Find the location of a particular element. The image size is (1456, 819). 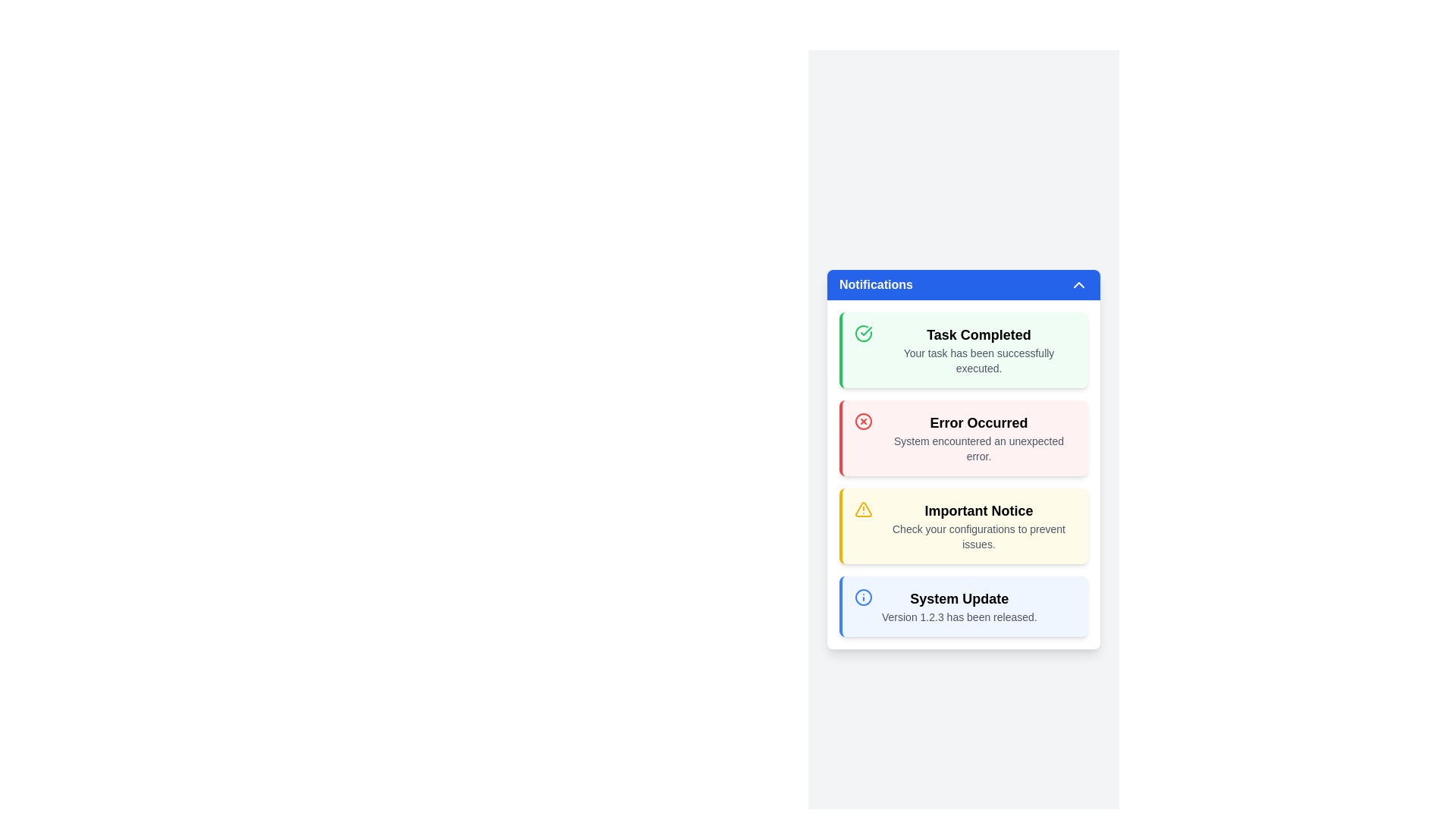

the central circular error notification icon within the 'Error Occurred' notification card is located at coordinates (863, 421).